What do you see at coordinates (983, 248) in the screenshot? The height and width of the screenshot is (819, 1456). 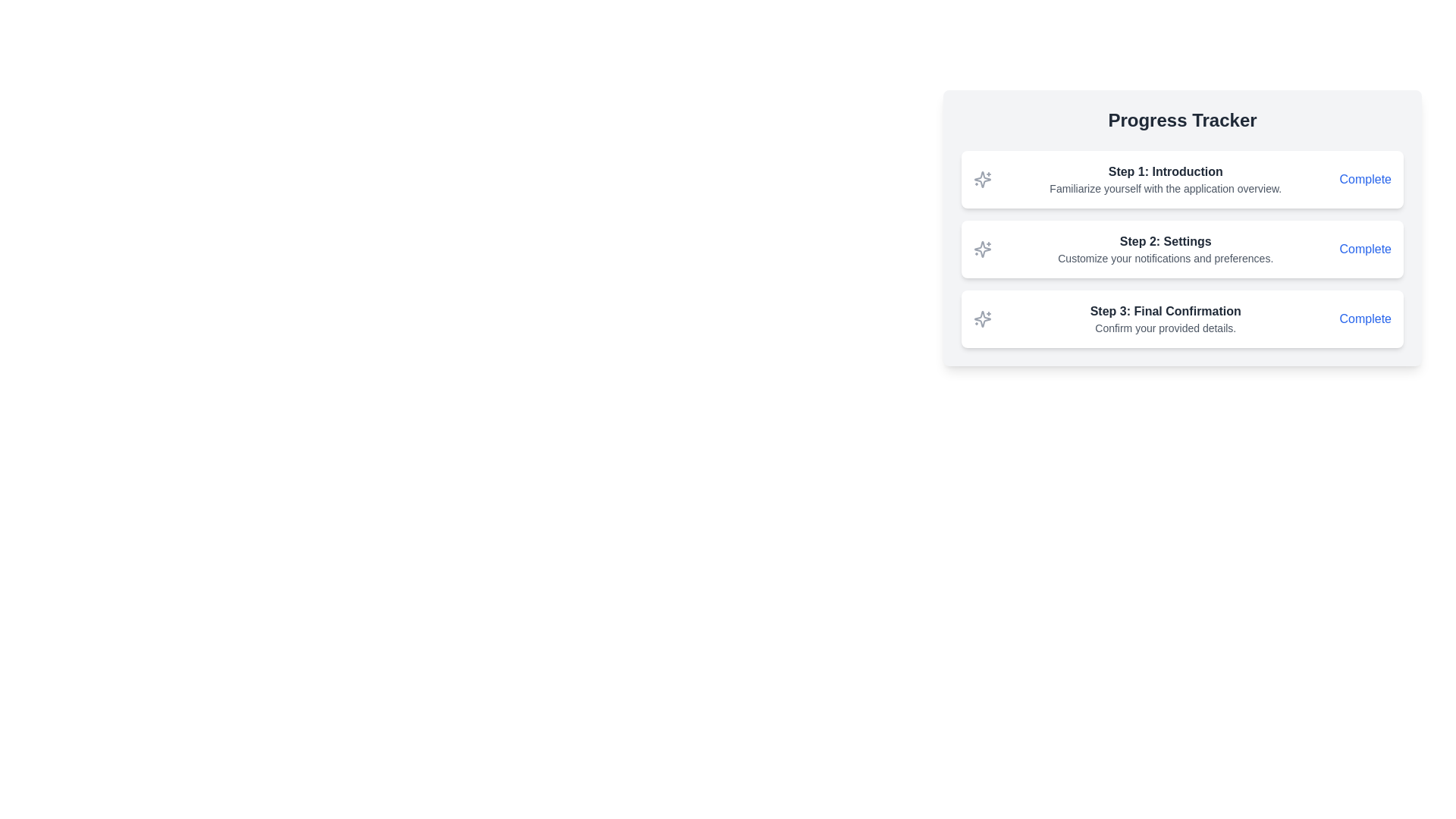 I see `the leftmost icon representing 'Step 2: Settings' in the progress tracker, which is located between 'Step 1: Introduction' and 'Step 3: Final Confirmation'` at bounding box center [983, 248].